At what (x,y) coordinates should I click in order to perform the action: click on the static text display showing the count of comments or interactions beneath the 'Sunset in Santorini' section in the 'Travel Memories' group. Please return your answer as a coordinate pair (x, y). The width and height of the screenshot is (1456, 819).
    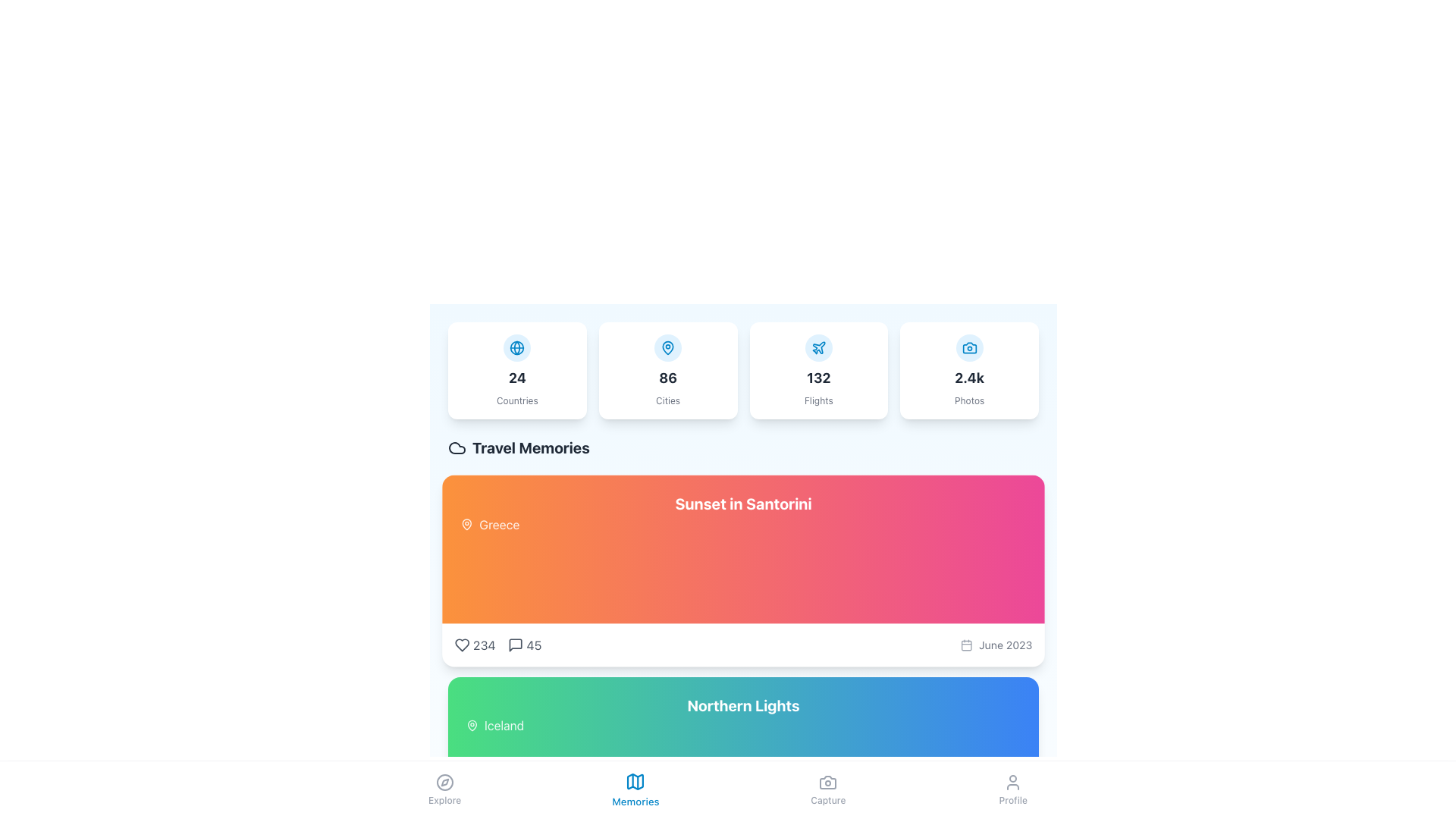
    Looking at the image, I should click on (534, 645).